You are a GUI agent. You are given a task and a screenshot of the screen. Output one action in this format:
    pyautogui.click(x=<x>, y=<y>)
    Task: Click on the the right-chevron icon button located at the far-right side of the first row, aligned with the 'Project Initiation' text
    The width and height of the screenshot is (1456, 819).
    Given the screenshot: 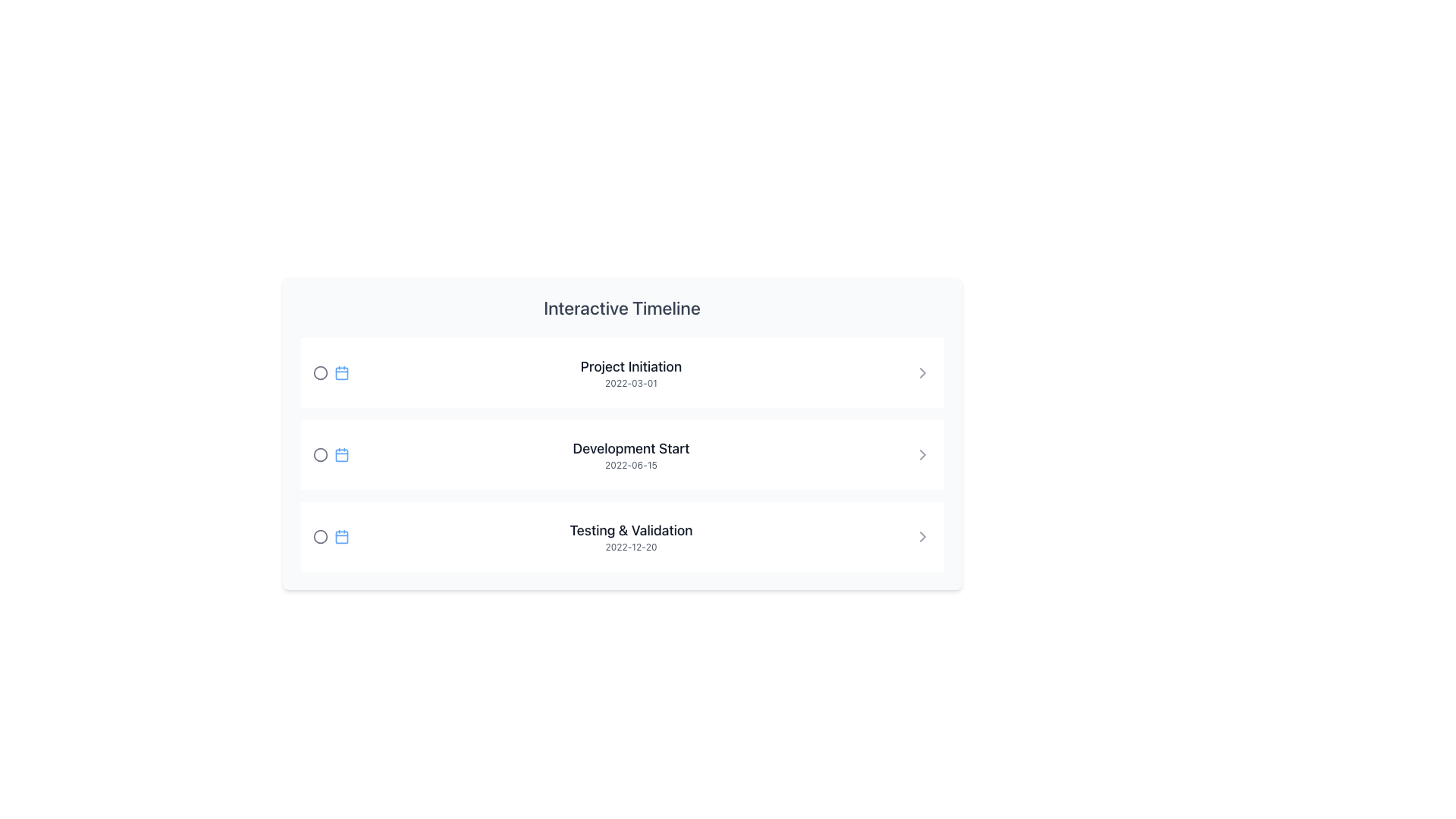 What is the action you would take?
    pyautogui.click(x=921, y=373)
    